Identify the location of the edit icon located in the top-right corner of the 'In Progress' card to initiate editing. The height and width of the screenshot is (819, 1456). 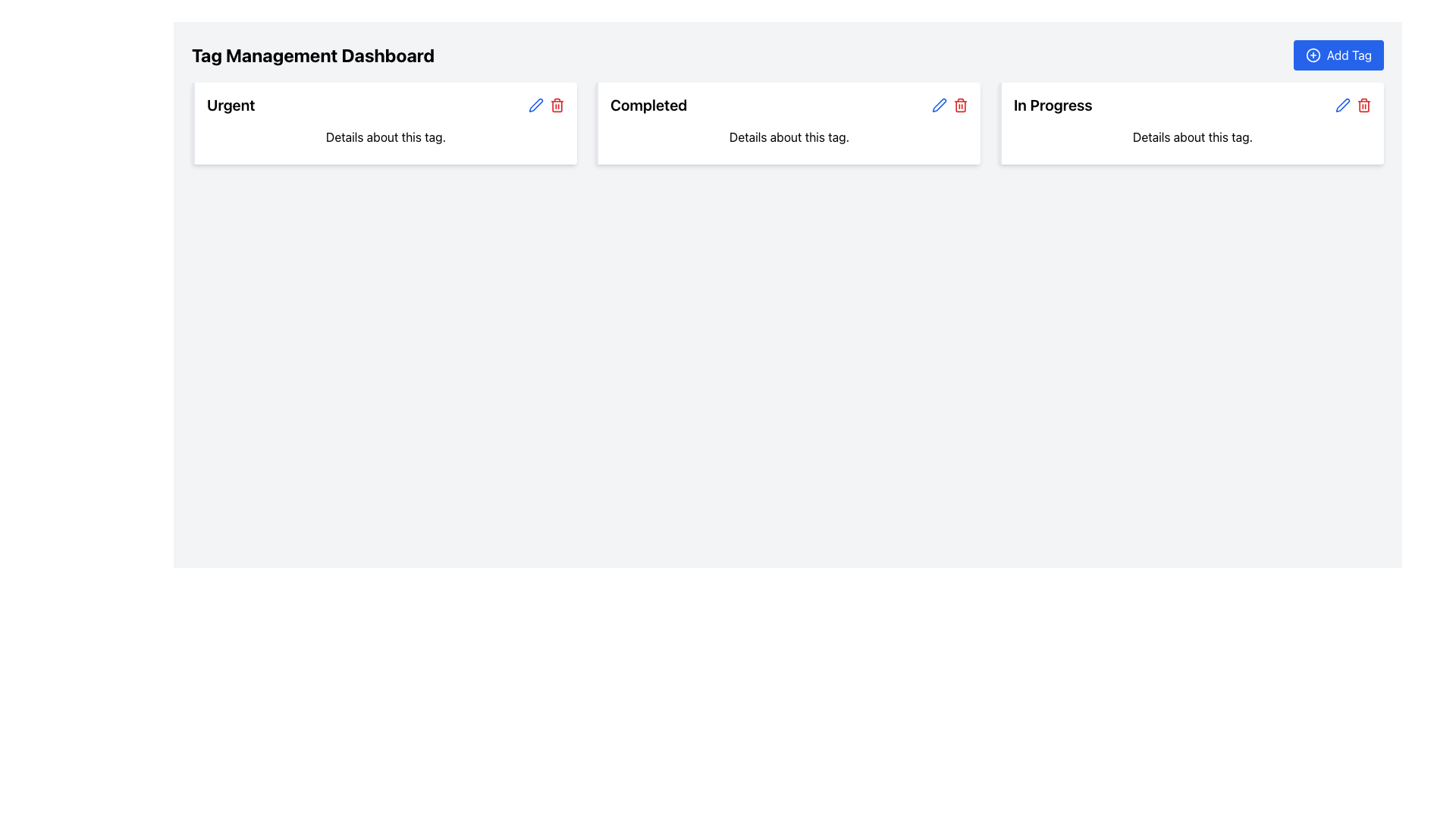
(1343, 104).